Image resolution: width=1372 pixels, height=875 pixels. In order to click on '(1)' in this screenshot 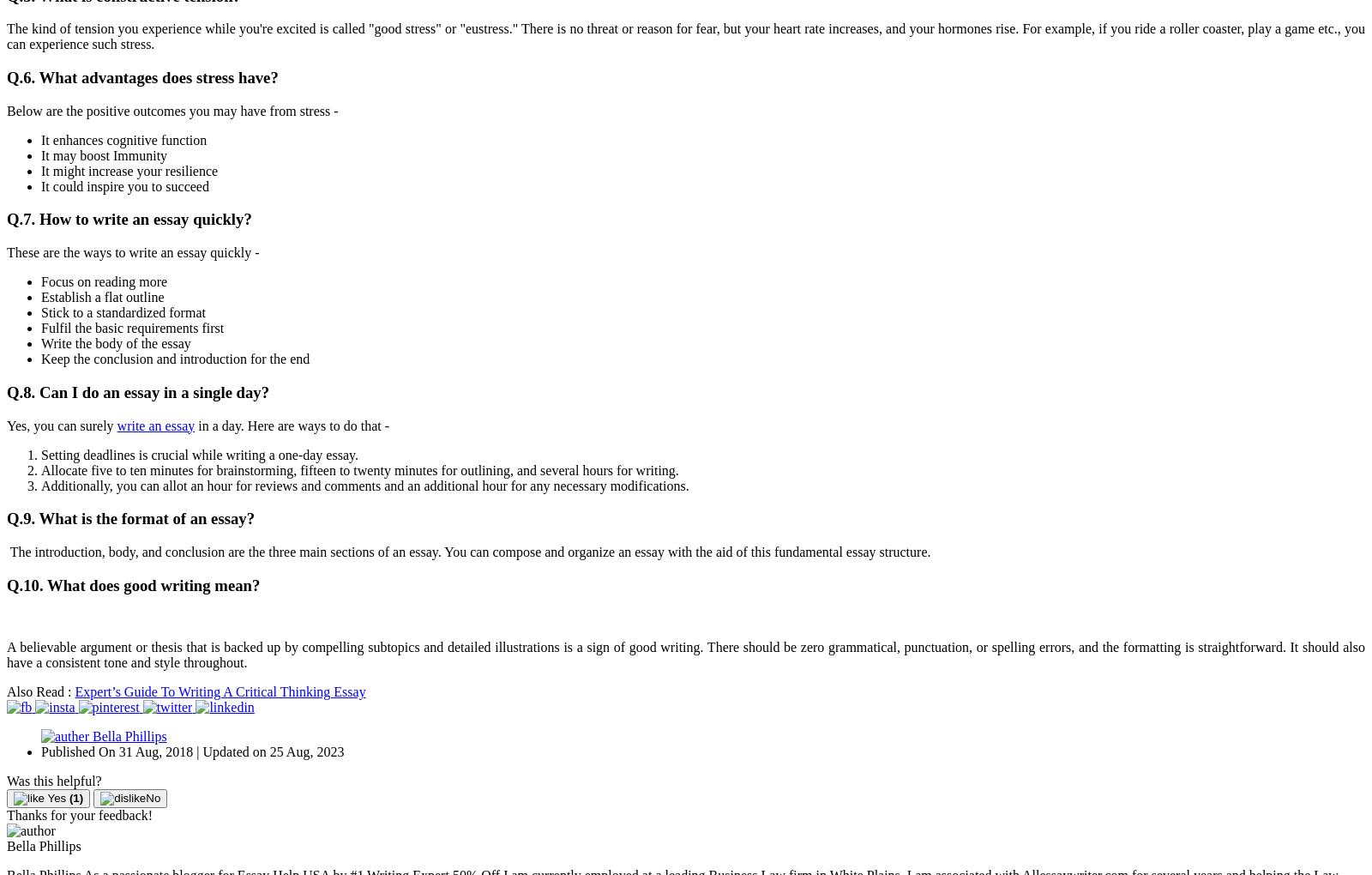, I will do `click(75, 798)`.